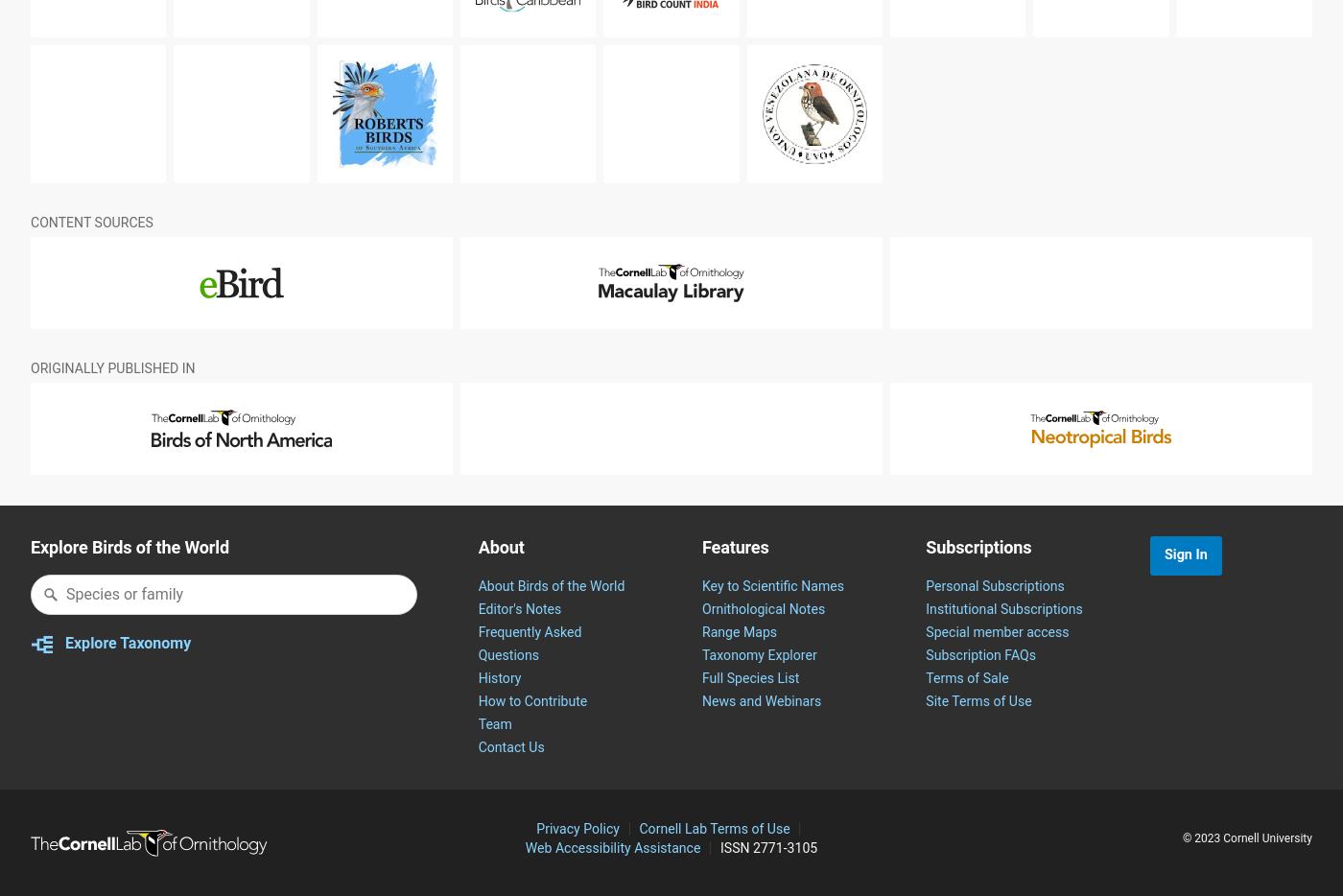 Image resolution: width=1343 pixels, height=896 pixels. What do you see at coordinates (499, 723) in the screenshot?
I see `'History'` at bounding box center [499, 723].